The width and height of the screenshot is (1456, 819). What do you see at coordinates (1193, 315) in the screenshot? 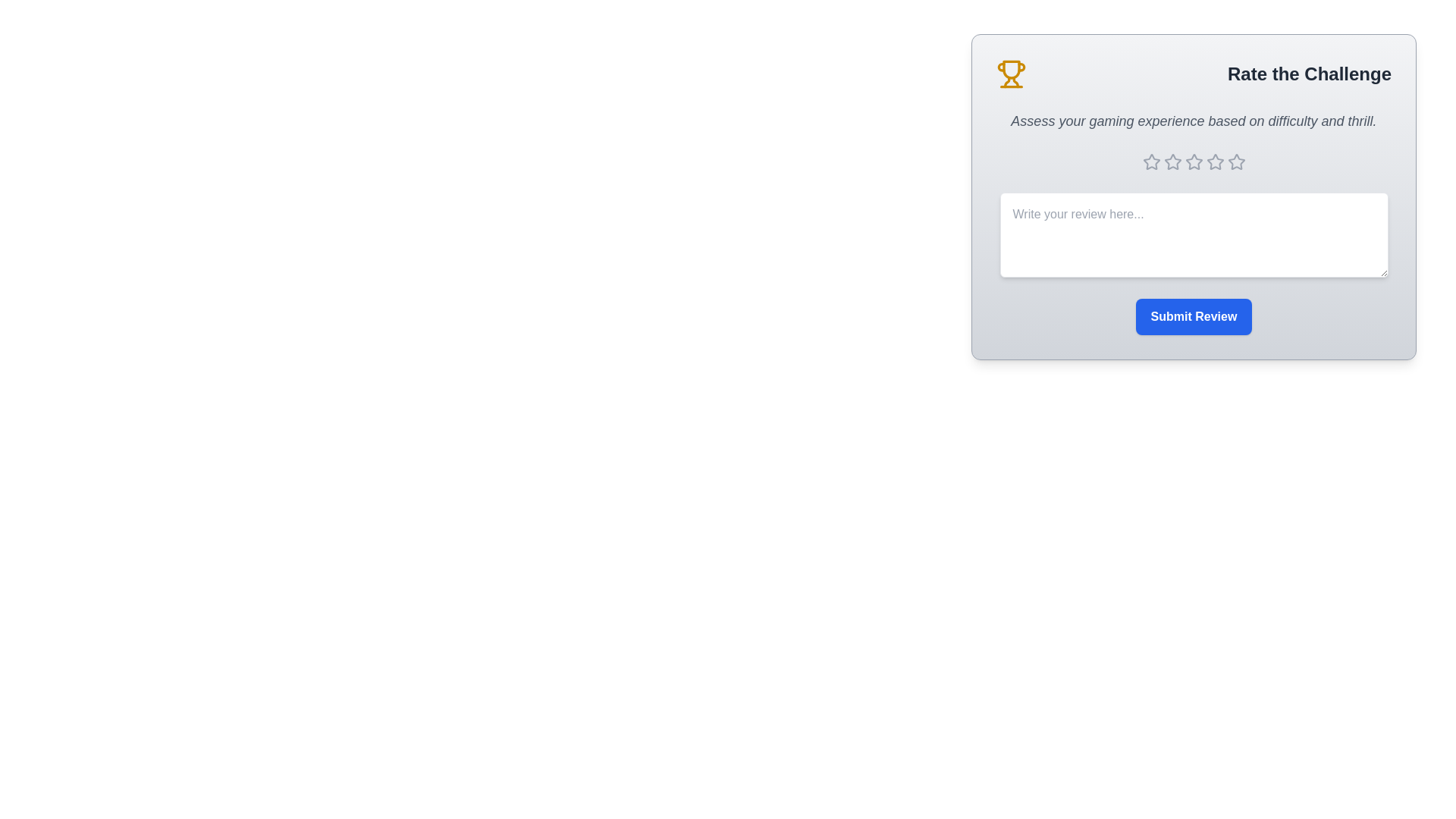
I see `the 'Submit Review' button` at bounding box center [1193, 315].